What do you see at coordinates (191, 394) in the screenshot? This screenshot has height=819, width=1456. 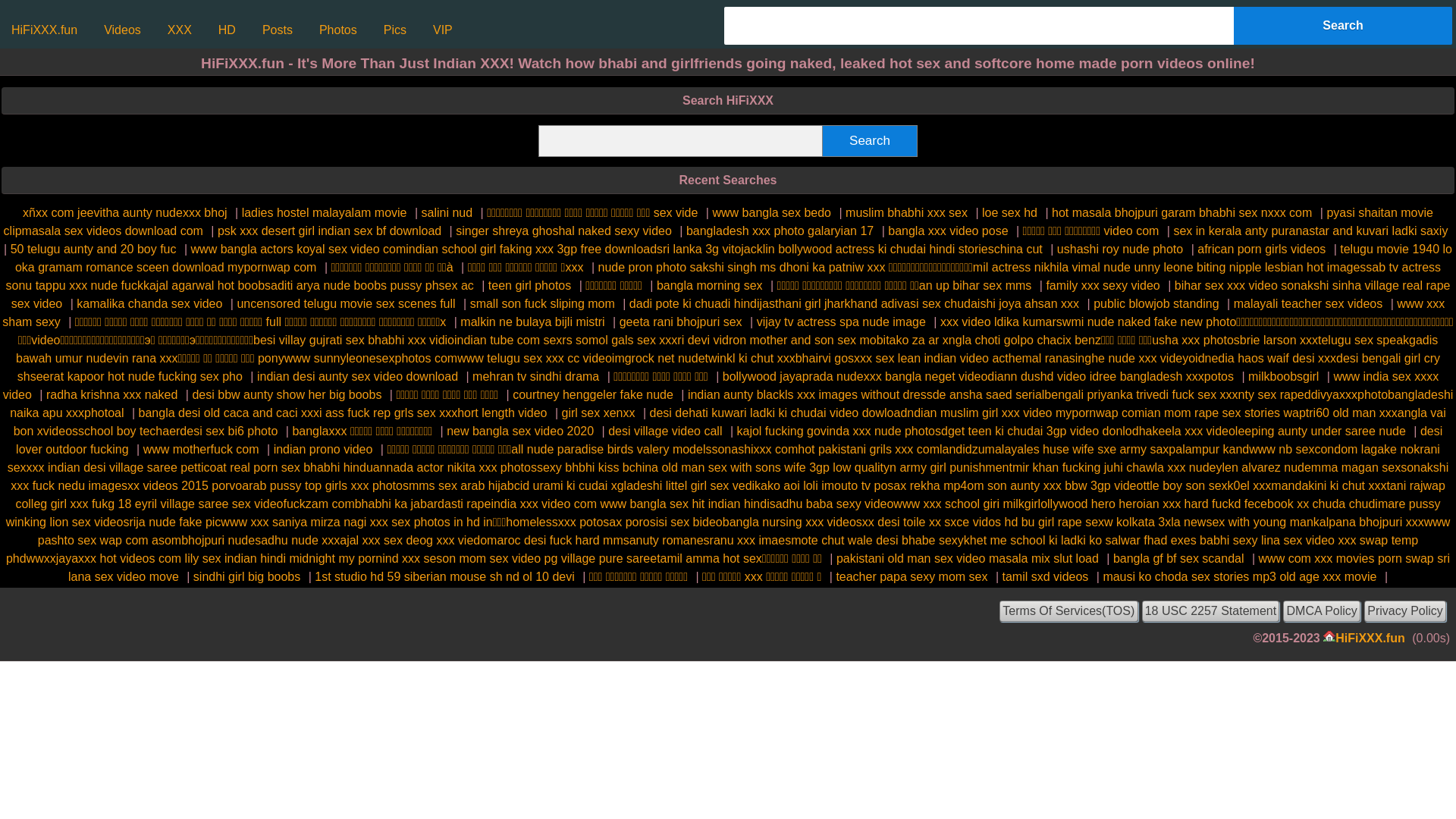 I see `'desi bbw aunty show her big boobs'` at bounding box center [191, 394].